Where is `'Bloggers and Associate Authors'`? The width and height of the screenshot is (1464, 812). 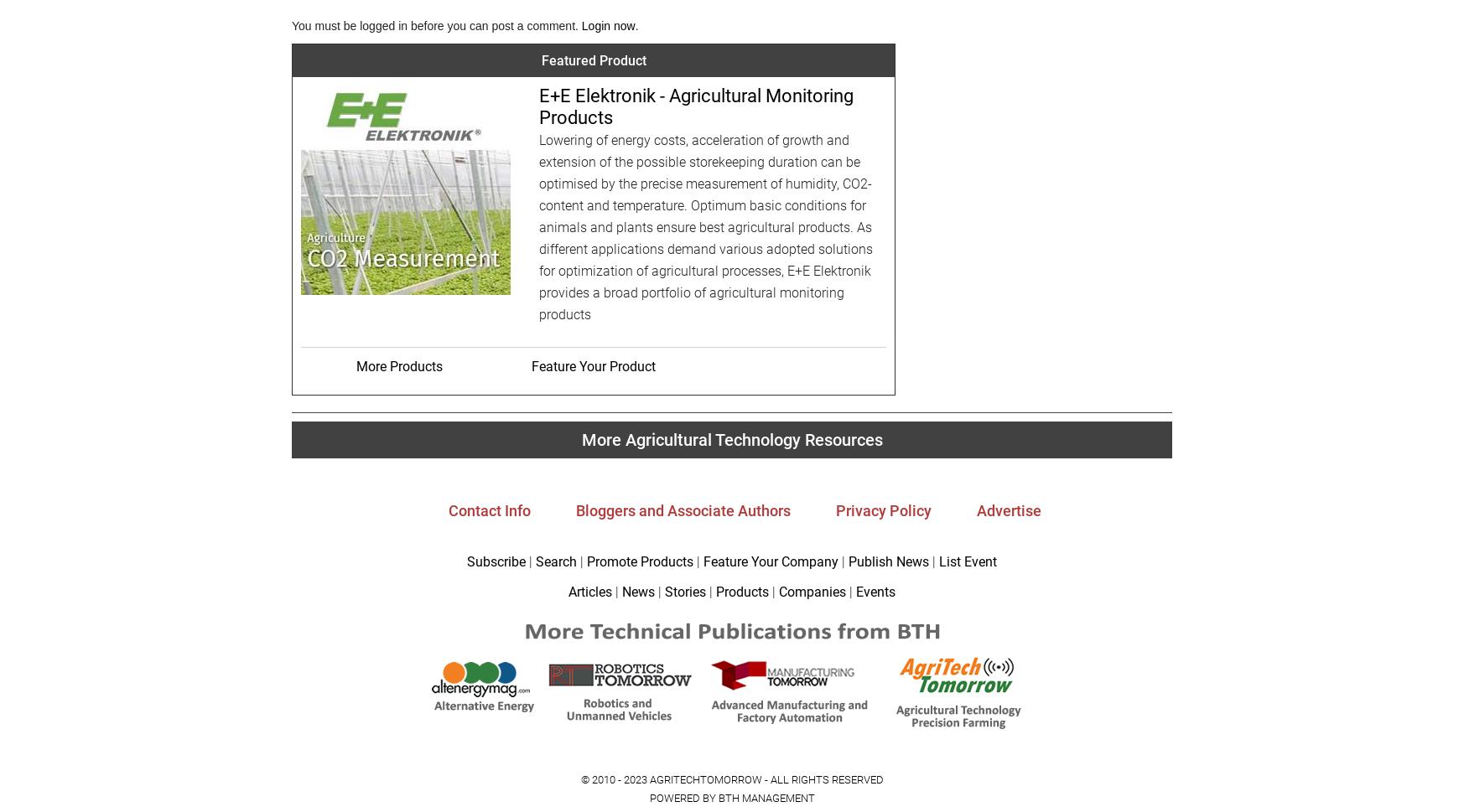
'Bloggers and Associate Authors' is located at coordinates (575, 509).